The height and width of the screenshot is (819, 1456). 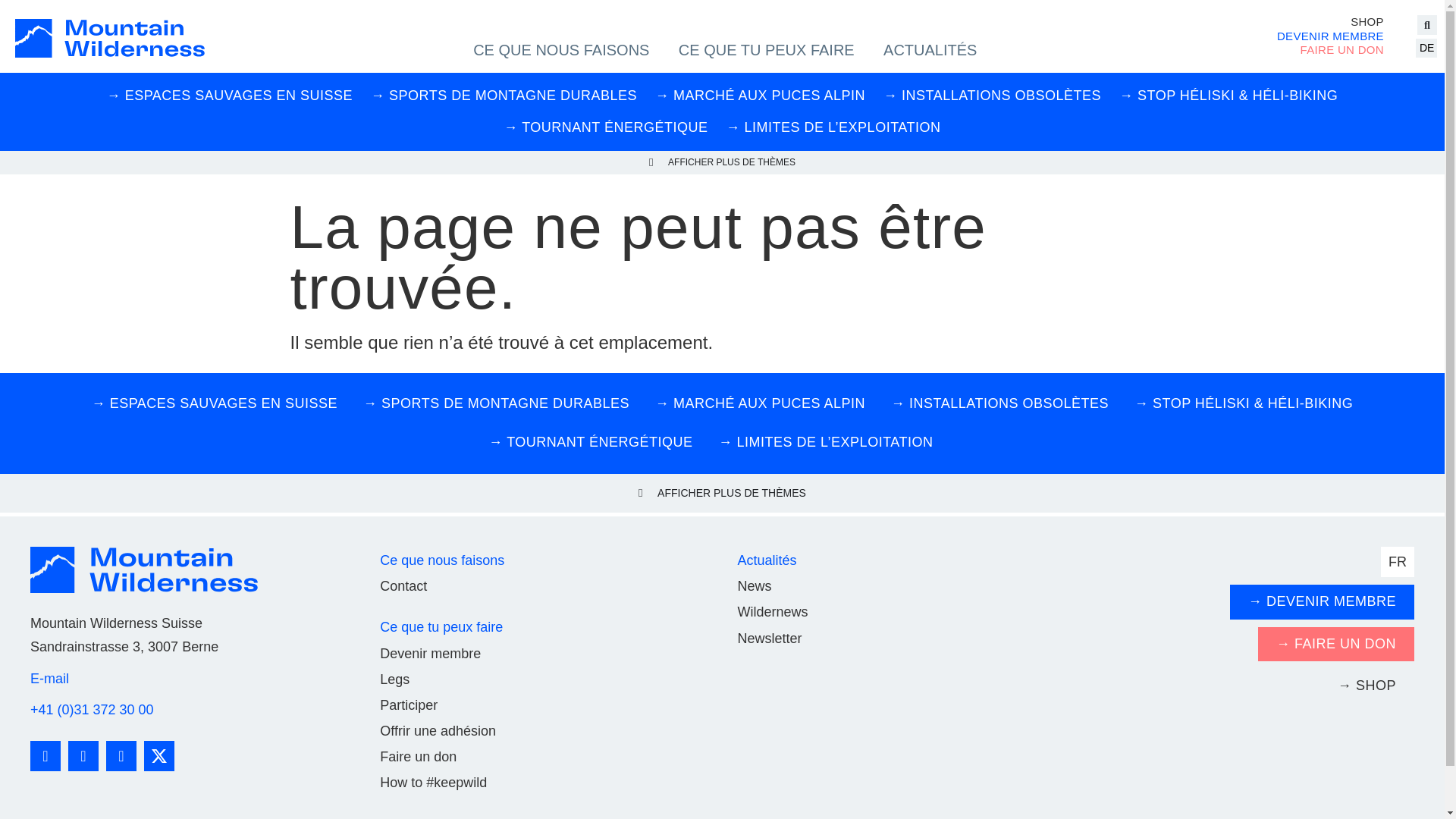 What do you see at coordinates (408, 704) in the screenshot?
I see `'Participer'` at bounding box center [408, 704].